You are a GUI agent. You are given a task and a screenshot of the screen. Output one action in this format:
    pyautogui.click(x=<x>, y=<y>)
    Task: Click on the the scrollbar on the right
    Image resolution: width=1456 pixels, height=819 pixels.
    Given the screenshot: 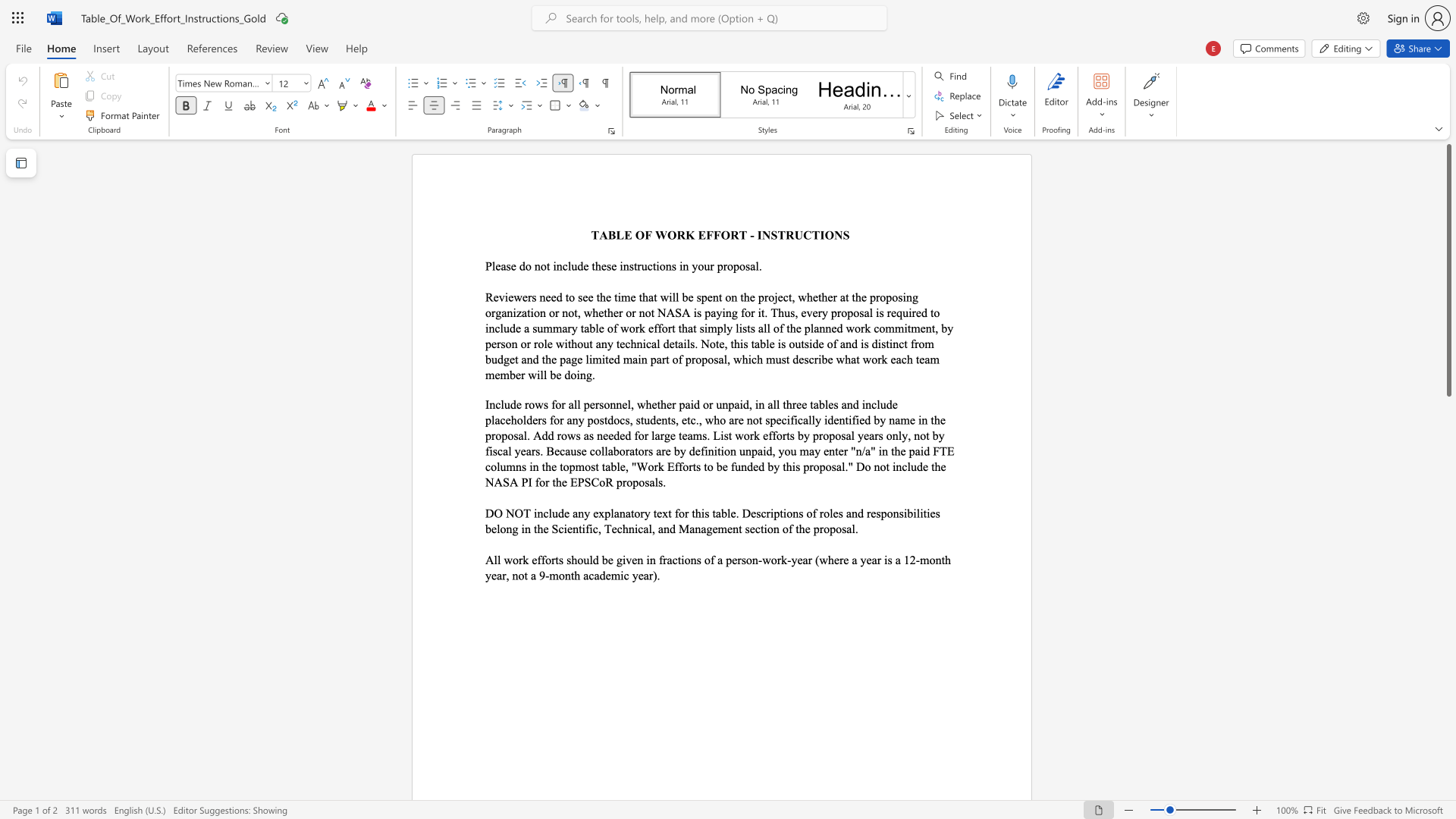 What is the action you would take?
    pyautogui.click(x=1448, y=439)
    